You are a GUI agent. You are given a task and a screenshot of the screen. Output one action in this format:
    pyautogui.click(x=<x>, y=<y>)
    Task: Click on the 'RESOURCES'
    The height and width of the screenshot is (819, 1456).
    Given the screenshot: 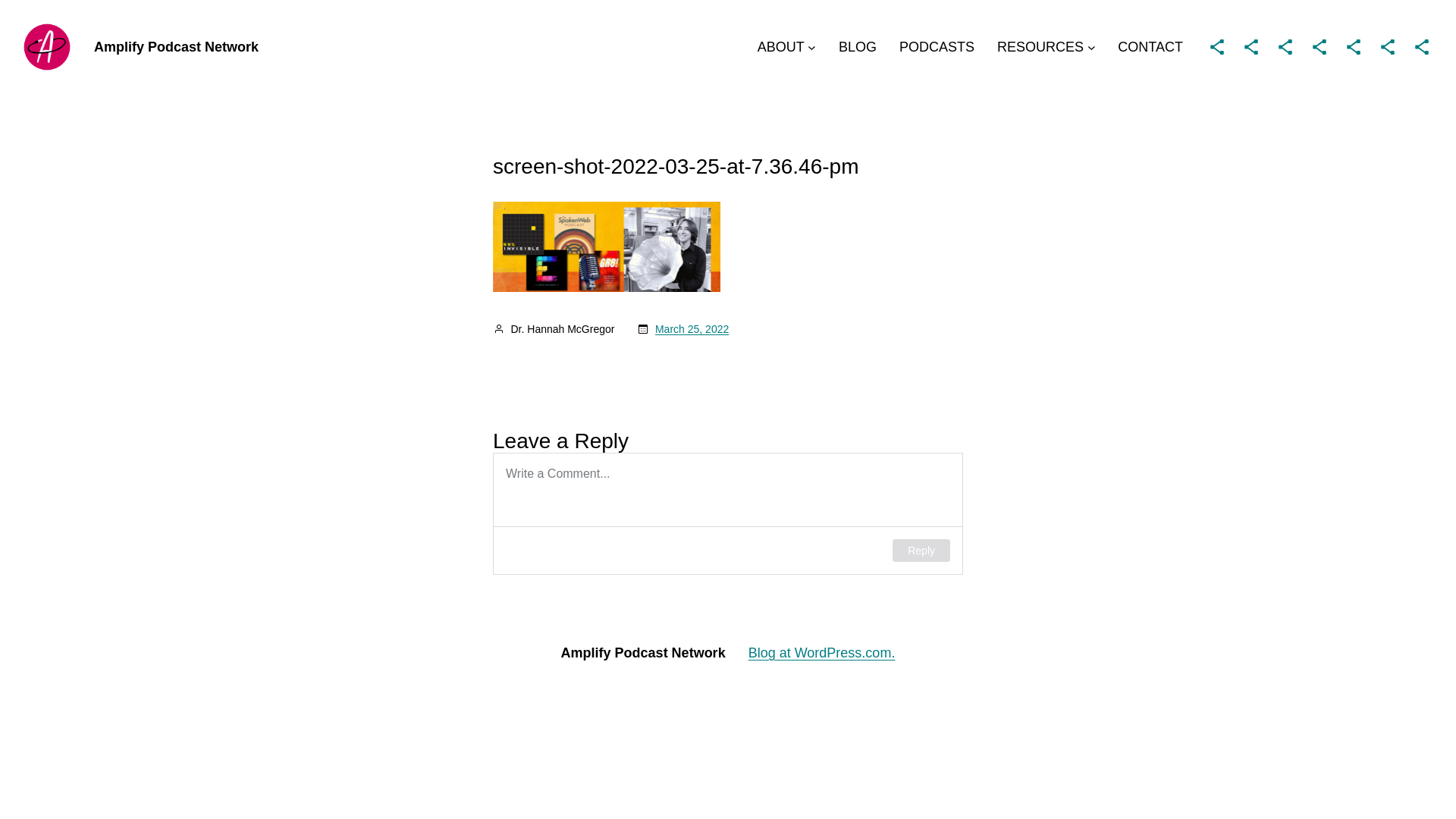 What is the action you would take?
    pyautogui.click(x=1040, y=46)
    